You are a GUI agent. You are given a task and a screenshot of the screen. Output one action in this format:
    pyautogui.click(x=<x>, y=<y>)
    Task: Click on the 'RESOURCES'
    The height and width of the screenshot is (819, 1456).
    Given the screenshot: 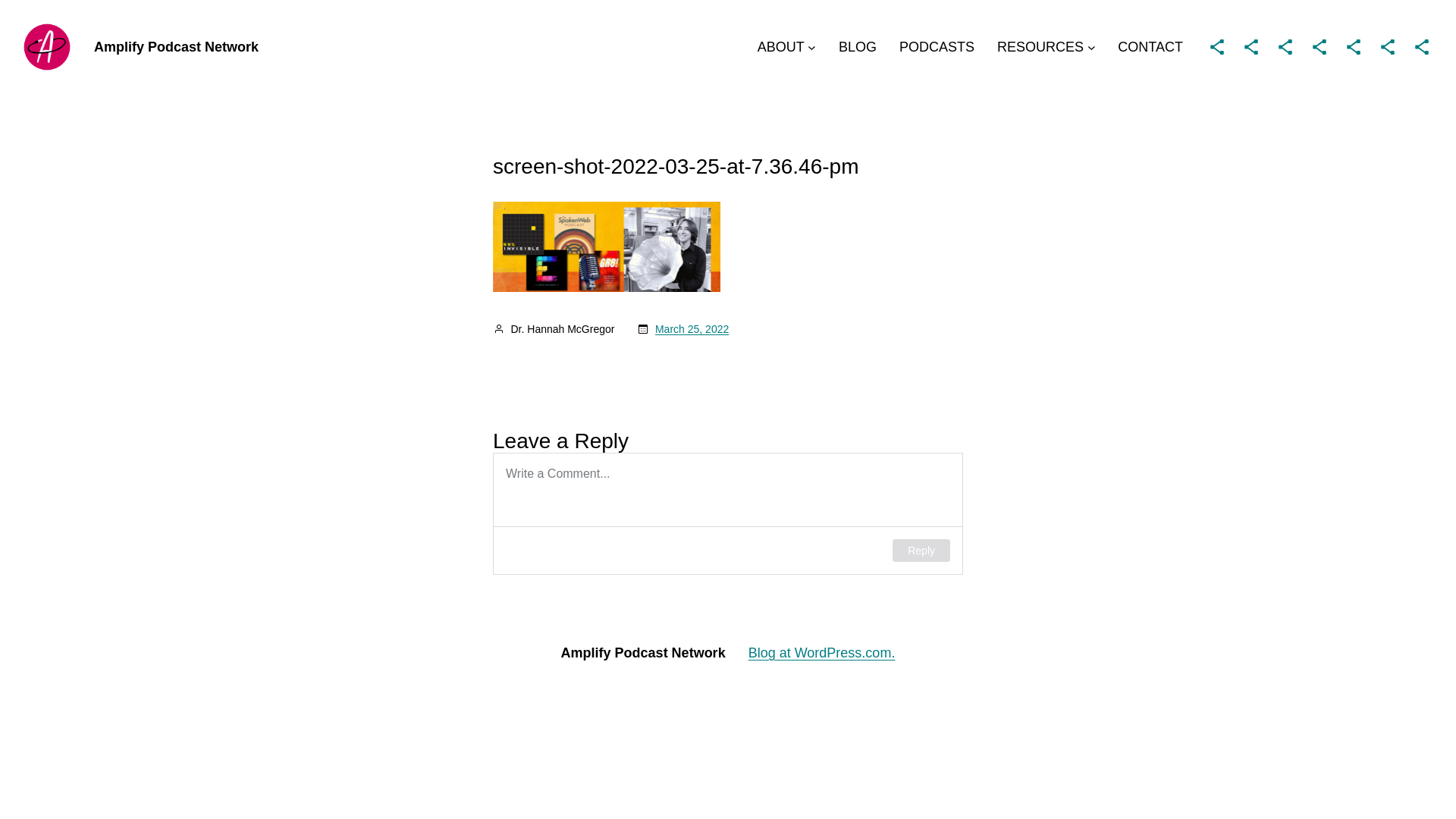 What is the action you would take?
    pyautogui.click(x=1040, y=46)
    